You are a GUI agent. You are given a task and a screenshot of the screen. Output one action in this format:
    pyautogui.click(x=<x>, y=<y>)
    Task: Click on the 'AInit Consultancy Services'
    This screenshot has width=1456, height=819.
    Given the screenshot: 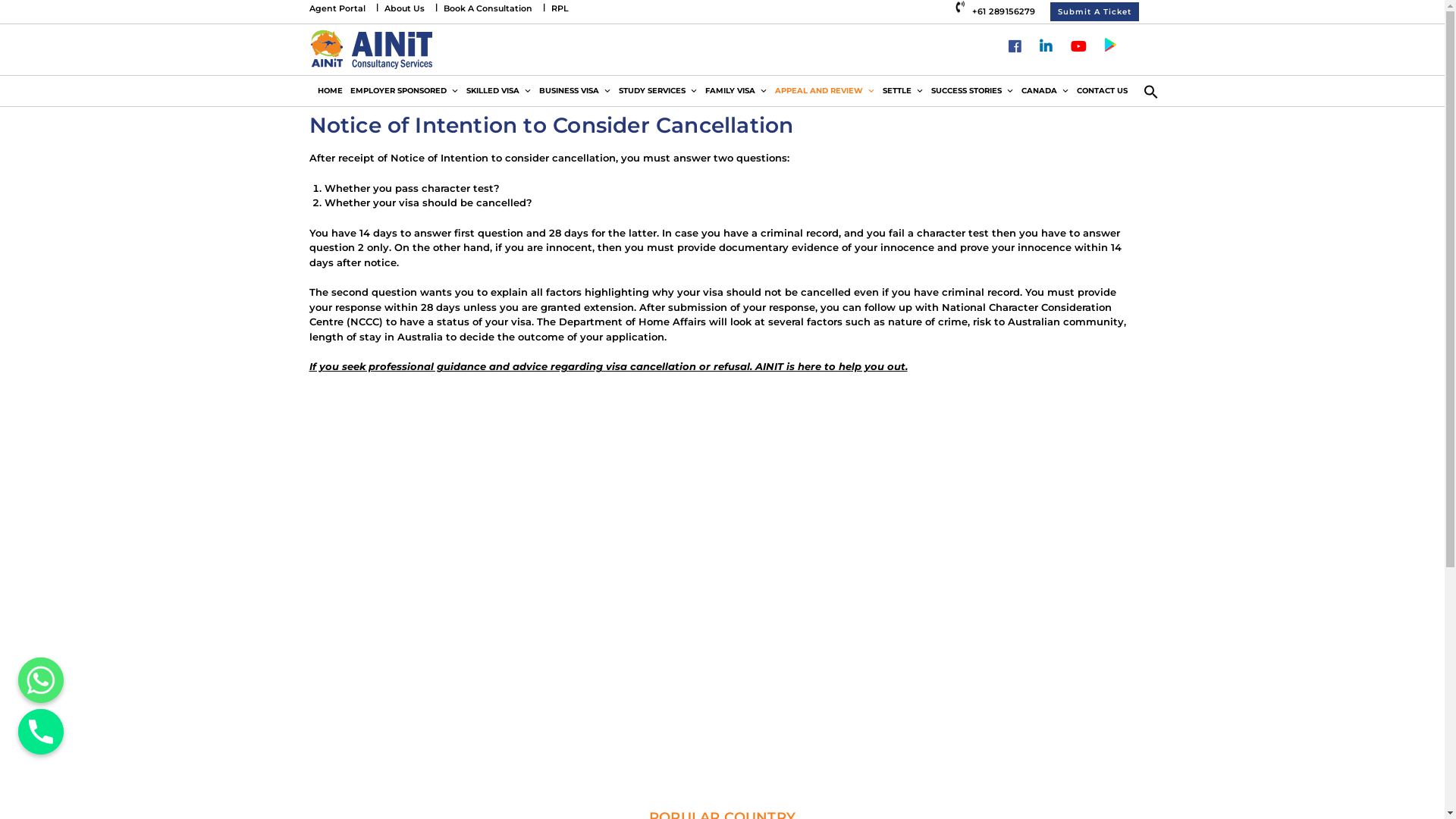 What is the action you would take?
    pyautogui.click(x=371, y=48)
    